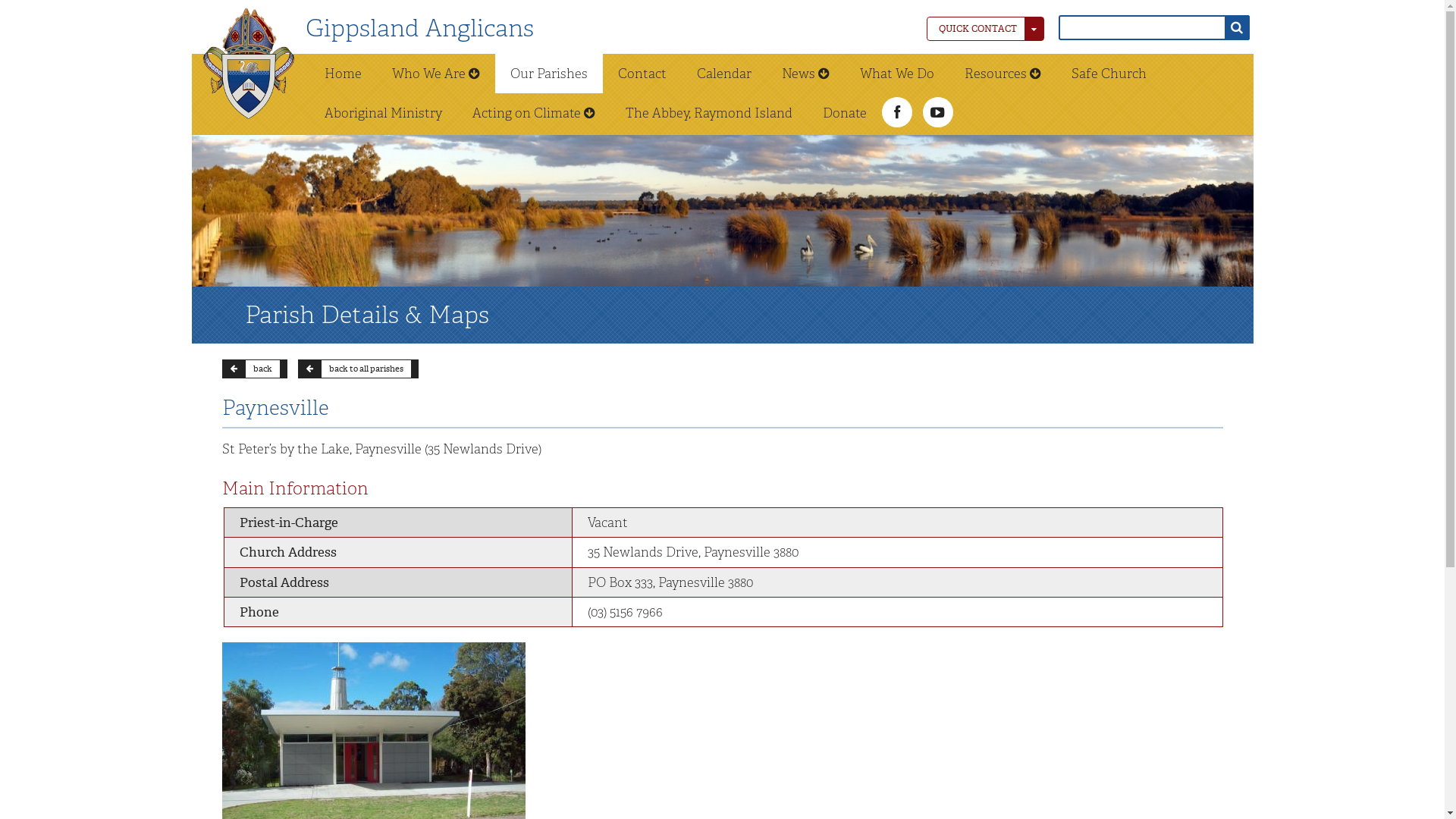 This screenshot has width=1456, height=819. I want to click on 'What We Do', so click(896, 73).